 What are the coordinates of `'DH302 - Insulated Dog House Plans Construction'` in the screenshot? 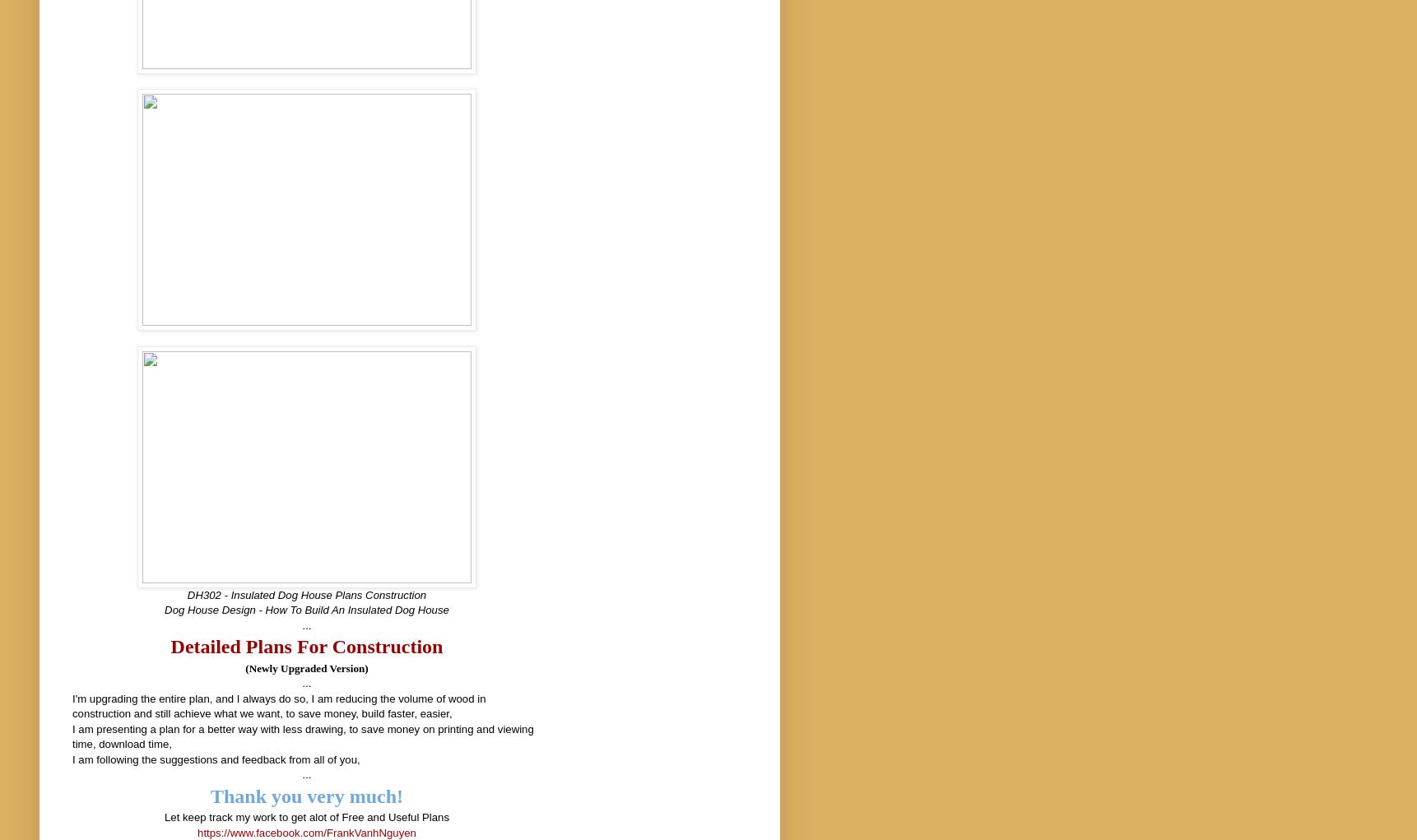 It's located at (185, 593).